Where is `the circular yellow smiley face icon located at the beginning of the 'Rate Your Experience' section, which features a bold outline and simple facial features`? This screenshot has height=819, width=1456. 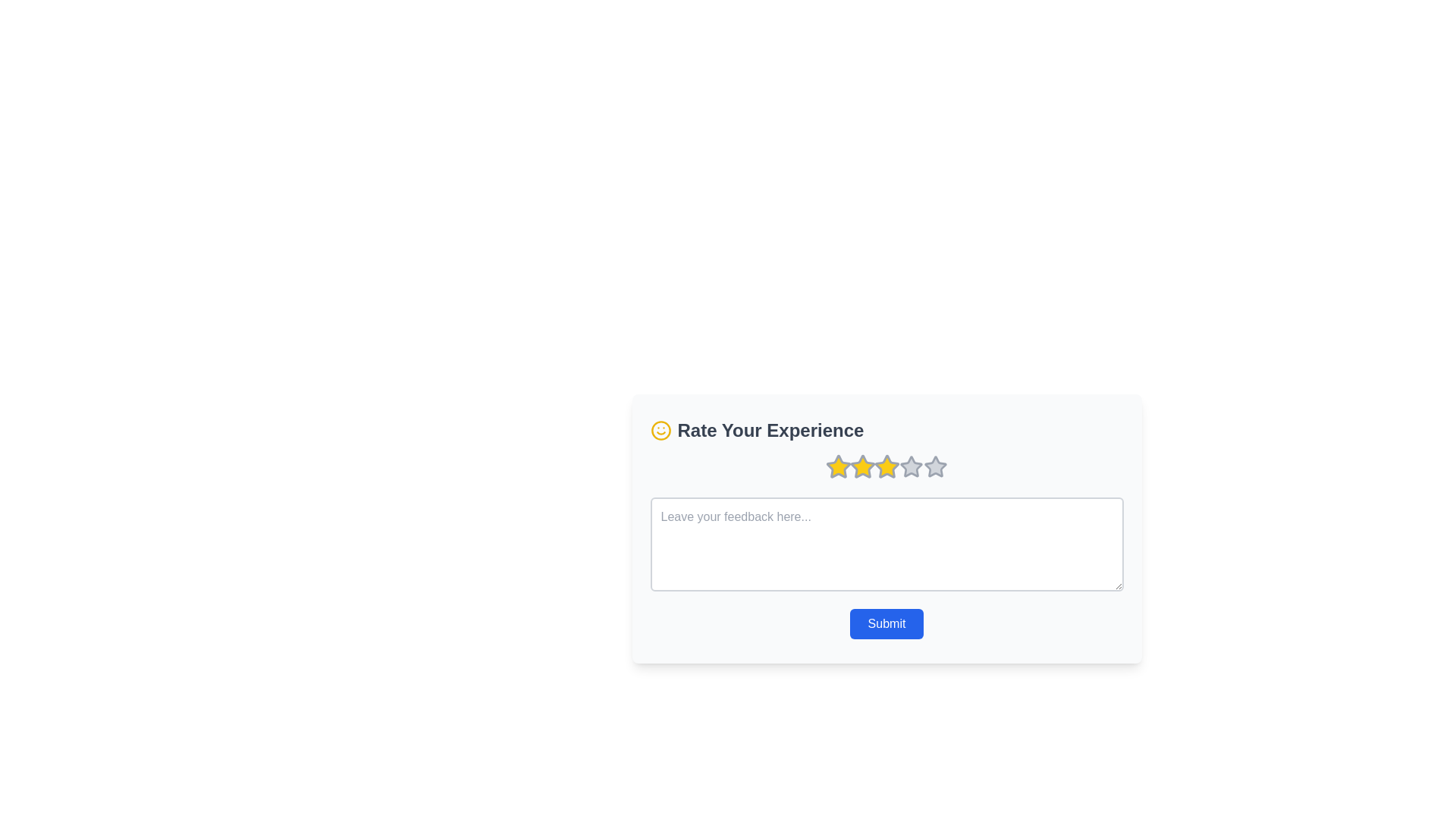 the circular yellow smiley face icon located at the beginning of the 'Rate Your Experience' section, which features a bold outline and simple facial features is located at coordinates (661, 430).